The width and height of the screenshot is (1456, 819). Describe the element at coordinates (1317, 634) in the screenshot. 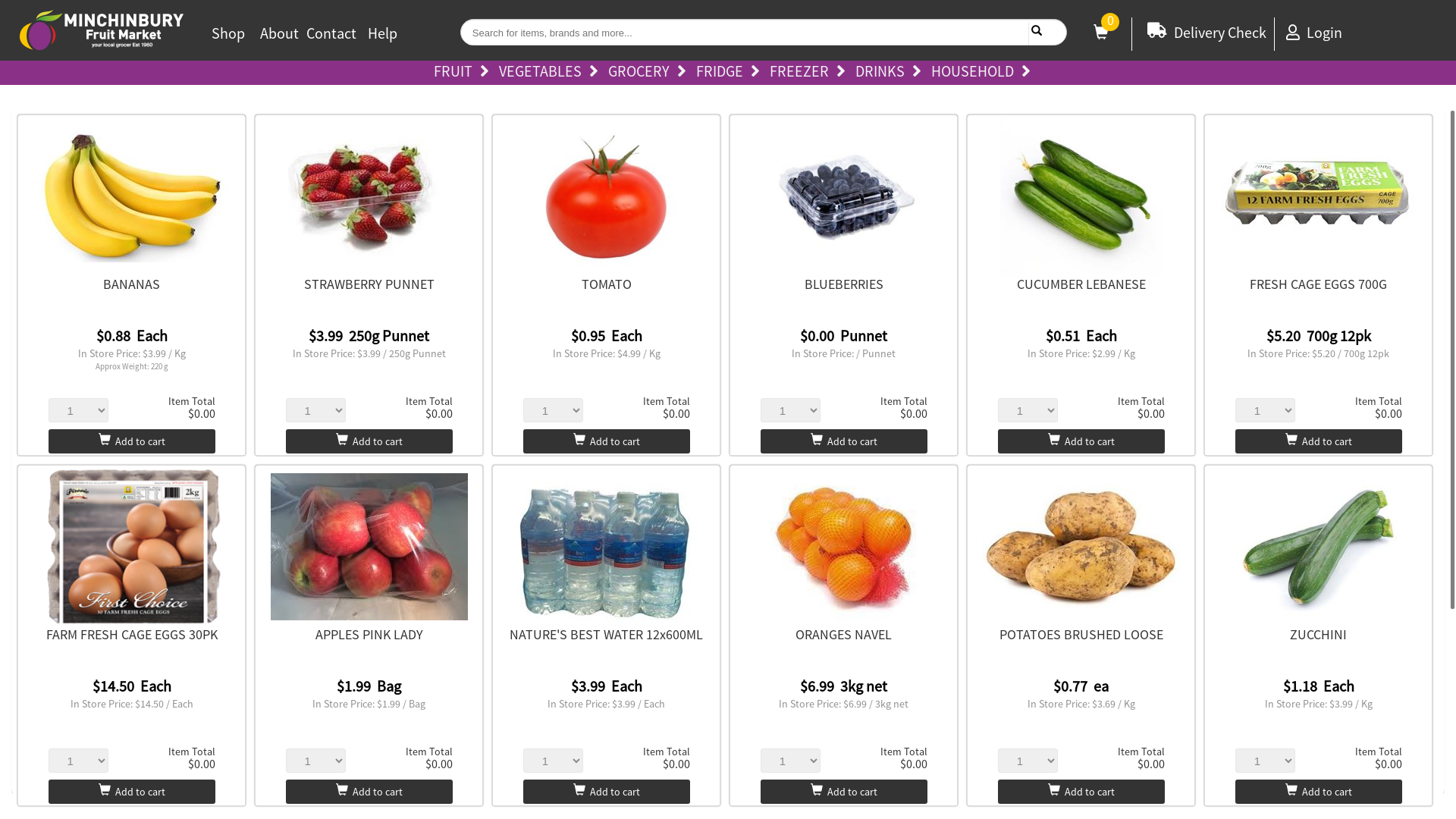

I see `'ZUCCHINI'` at that location.